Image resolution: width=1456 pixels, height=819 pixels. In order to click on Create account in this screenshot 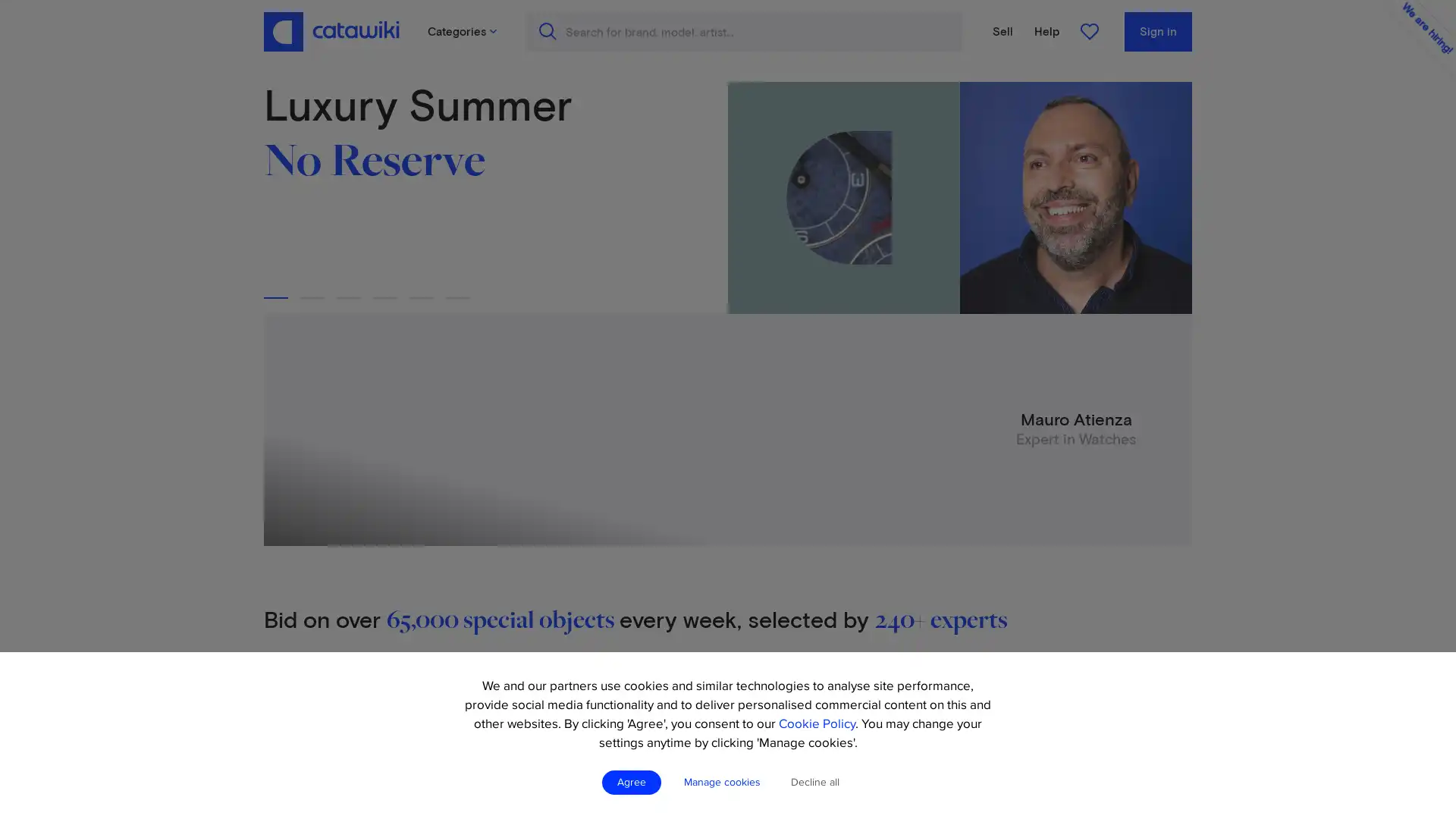, I will do `click(1240, 720)`.